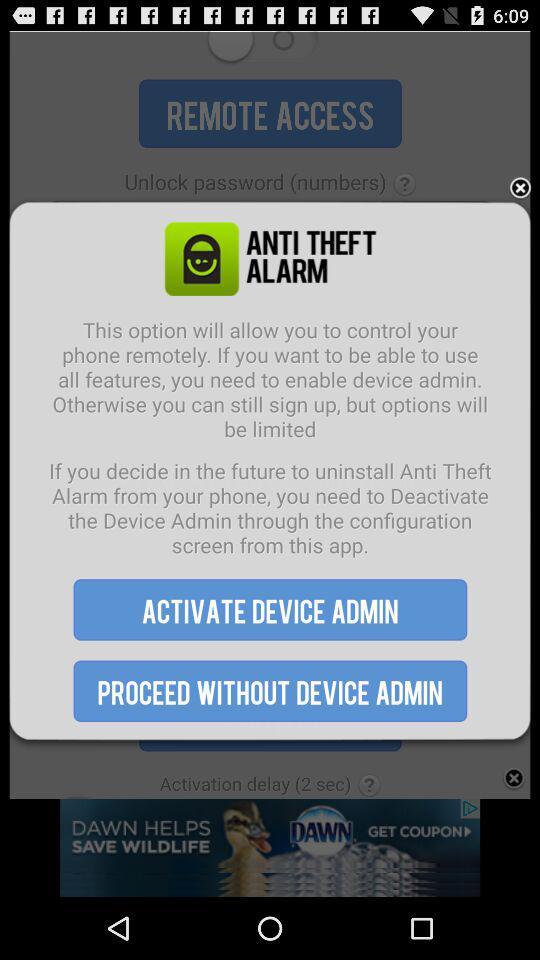  I want to click on advertisement, so click(520, 188).